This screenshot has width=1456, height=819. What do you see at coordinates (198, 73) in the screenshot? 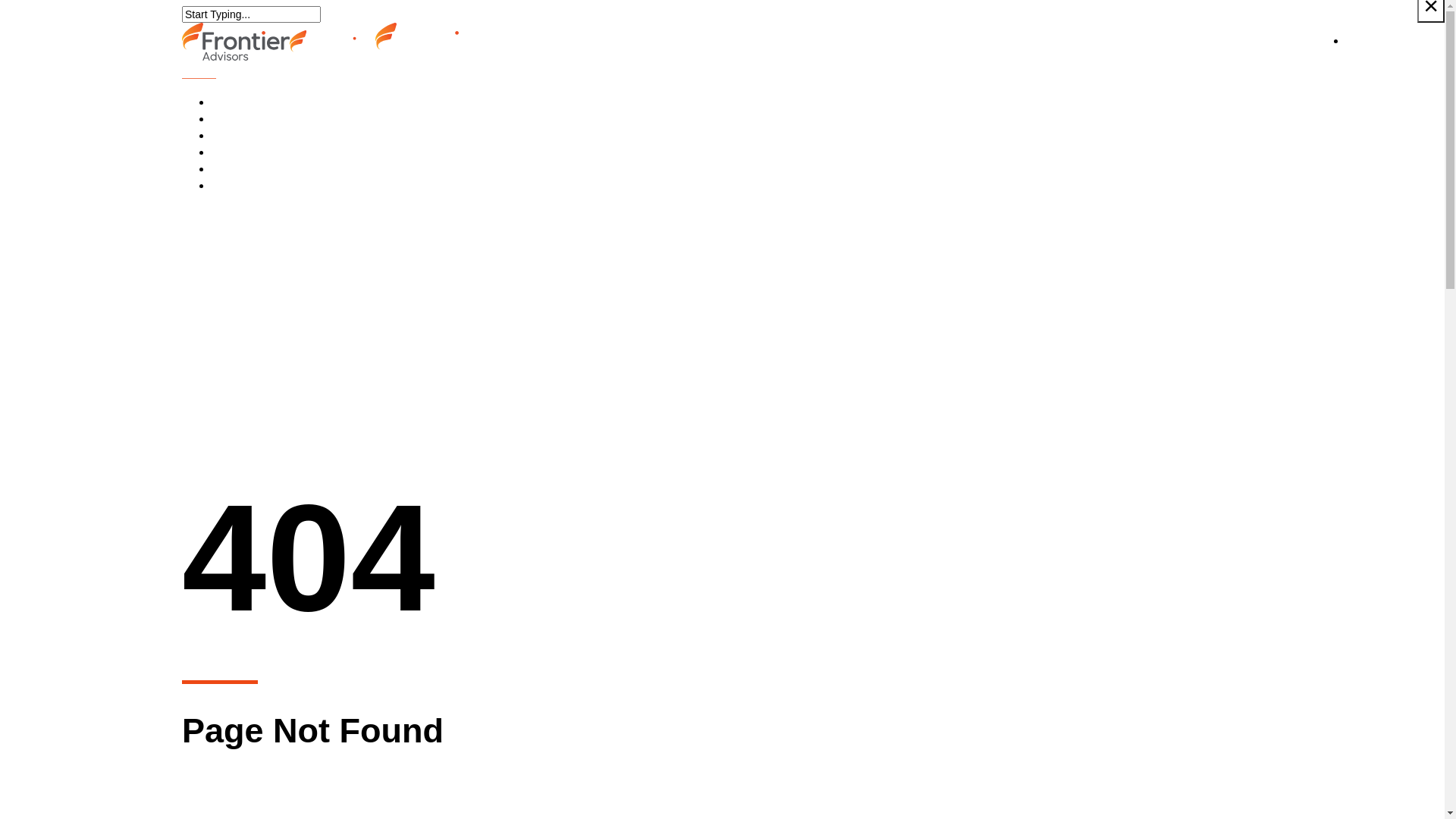
I see `'Menu'` at bounding box center [198, 73].